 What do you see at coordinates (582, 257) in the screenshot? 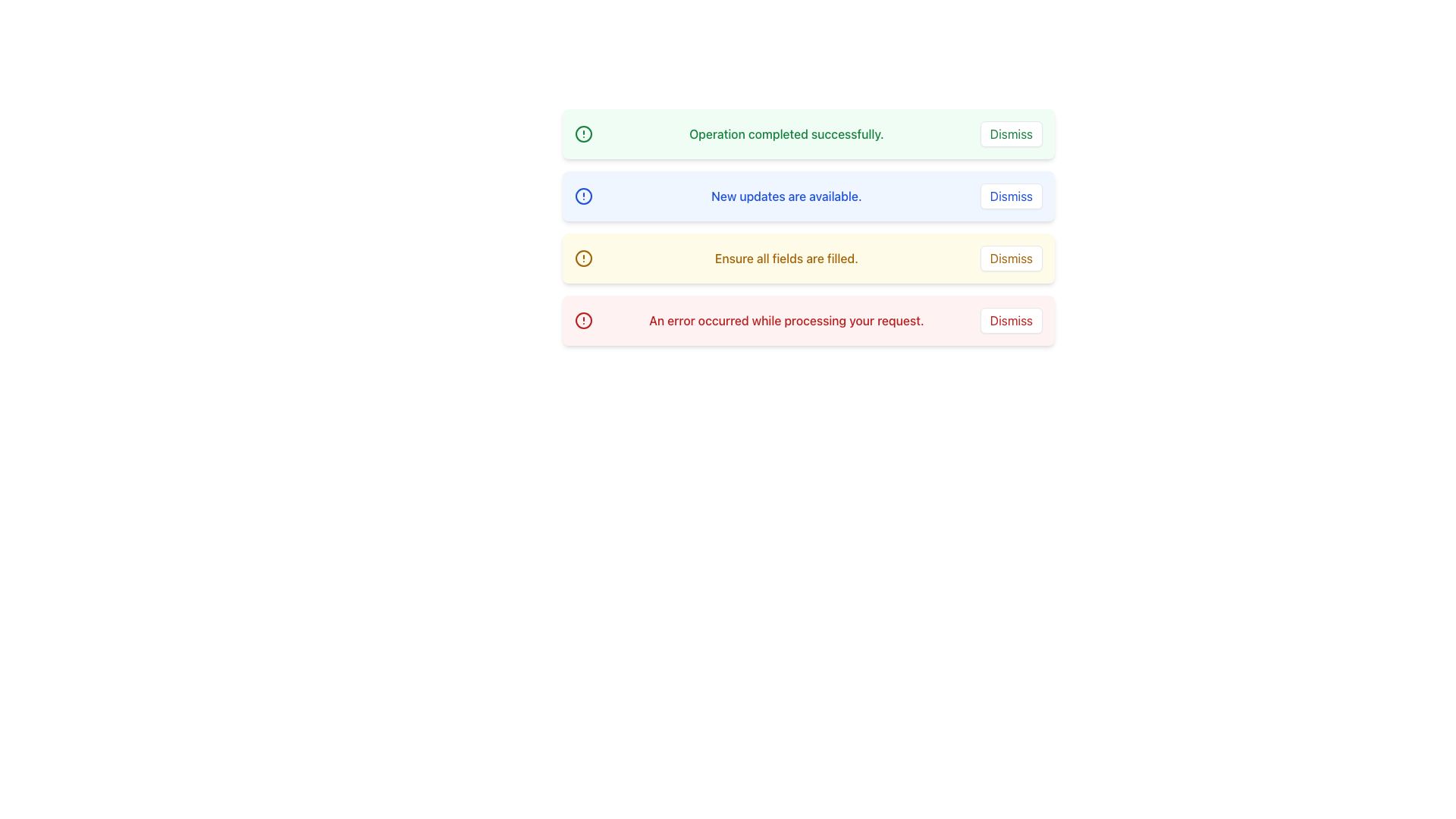
I see `Circular SVG Element that serves as a border for the warning symbol in the yellow notification bar stating 'Ensure all fields are filled.'` at bounding box center [582, 257].